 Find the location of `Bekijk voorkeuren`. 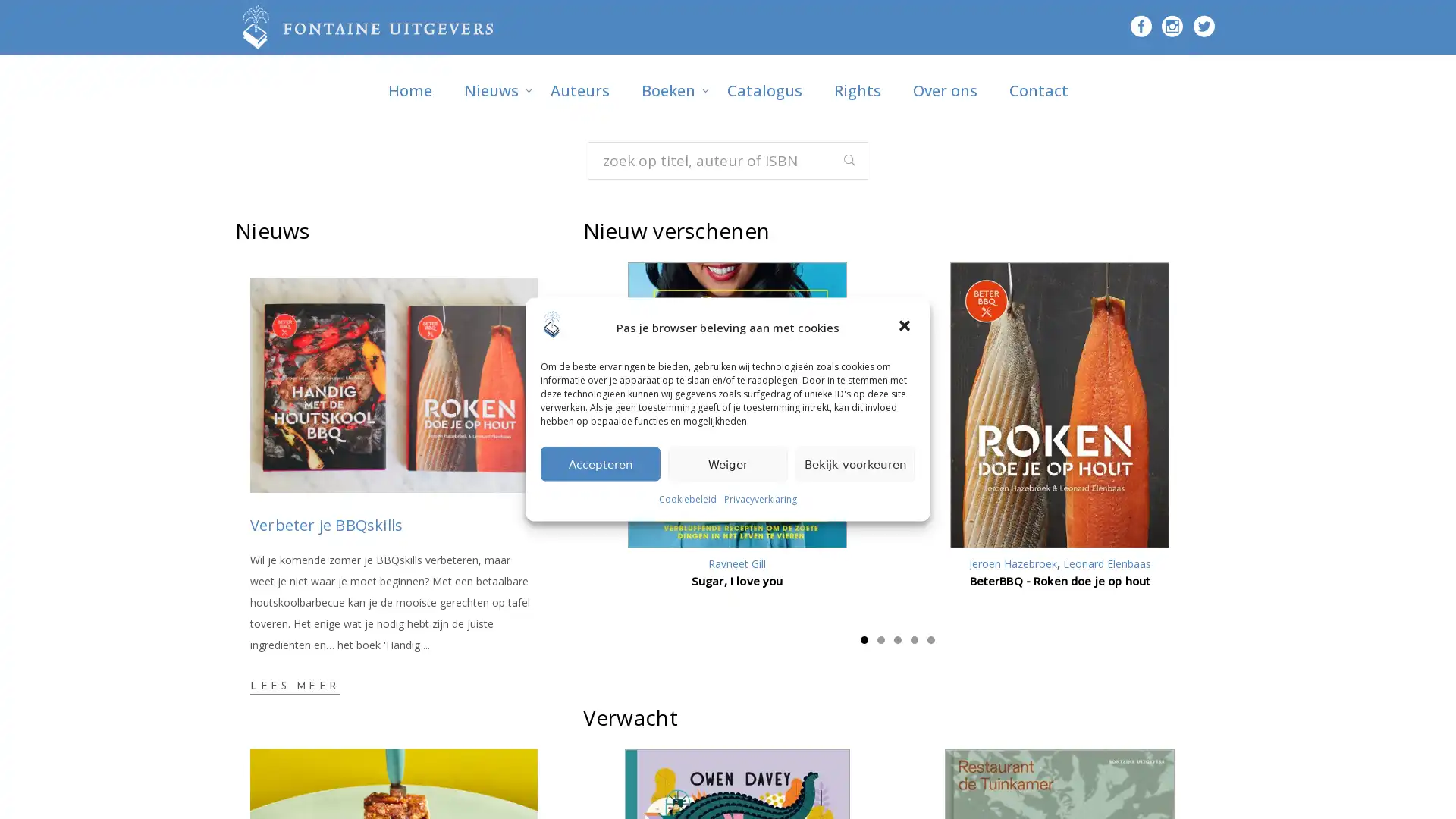

Bekijk voorkeuren is located at coordinates (855, 463).